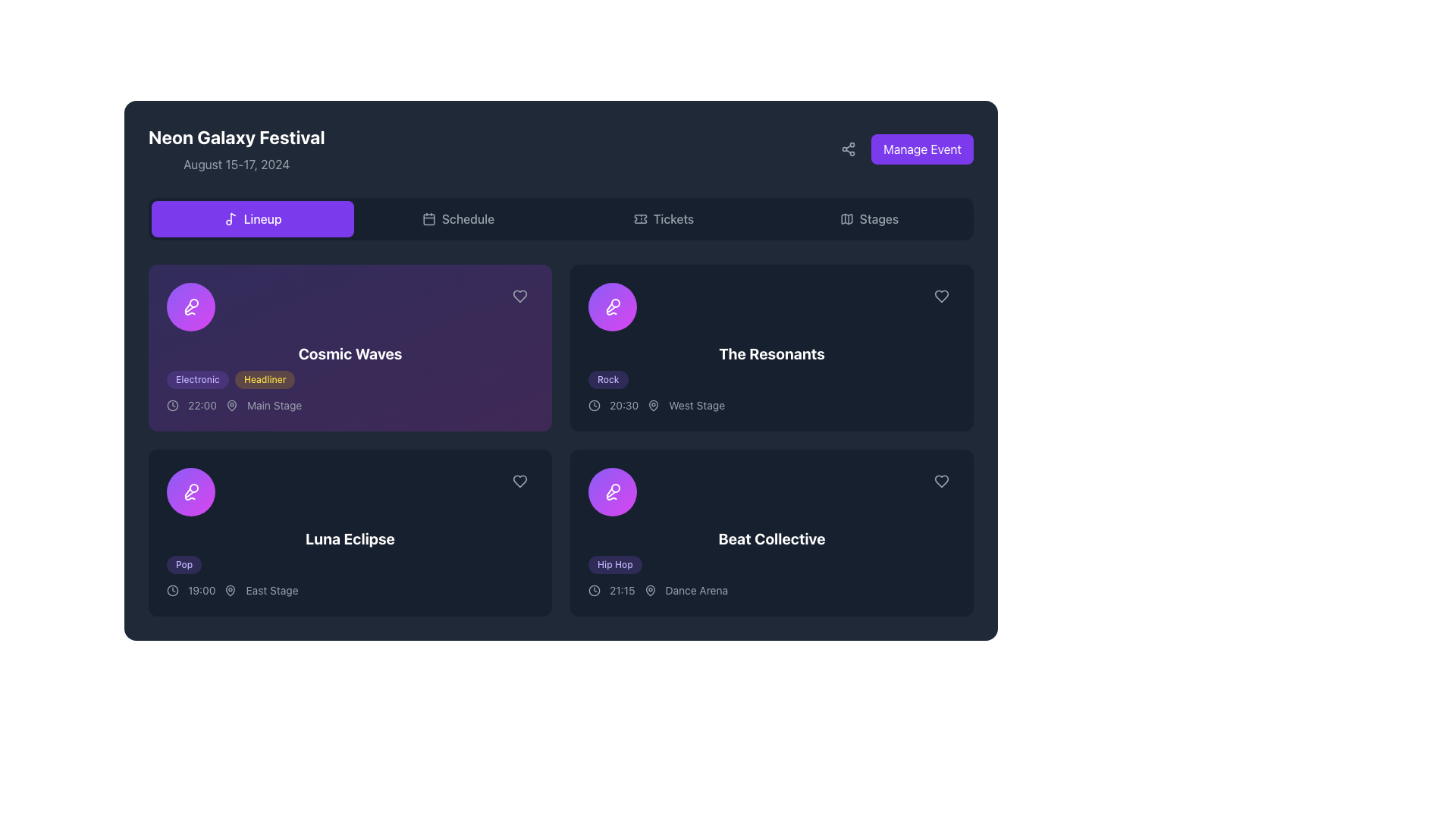  What do you see at coordinates (846, 219) in the screenshot?
I see `the small dark gray map icon located in the 'Stages' menu tab to interact with the 'Stages' section` at bounding box center [846, 219].